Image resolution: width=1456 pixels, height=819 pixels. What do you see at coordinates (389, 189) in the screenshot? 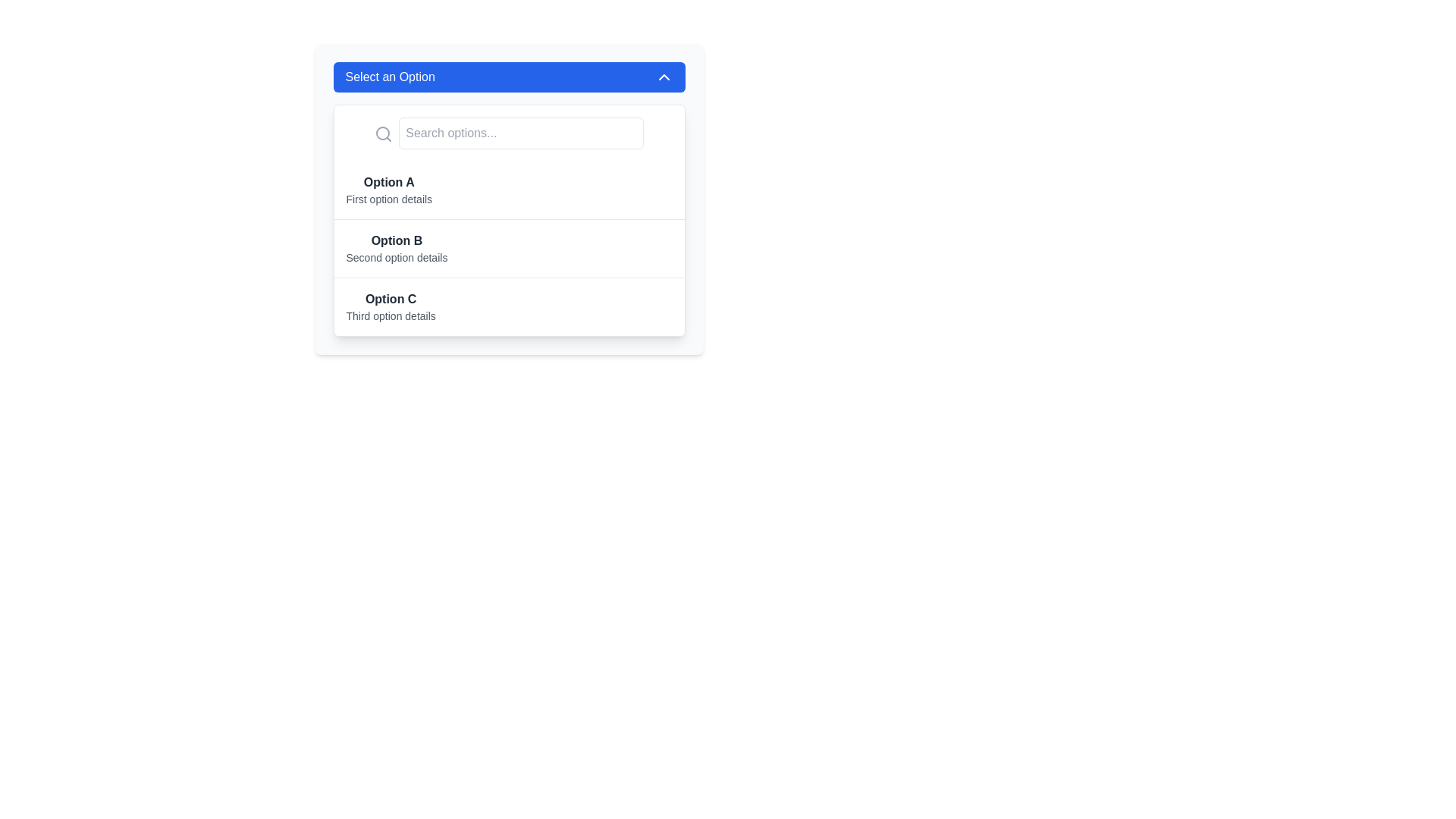
I see `the first selectable option in the dropdown menu, which includes a main title and description for clarity` at bounding box center [389, 189].